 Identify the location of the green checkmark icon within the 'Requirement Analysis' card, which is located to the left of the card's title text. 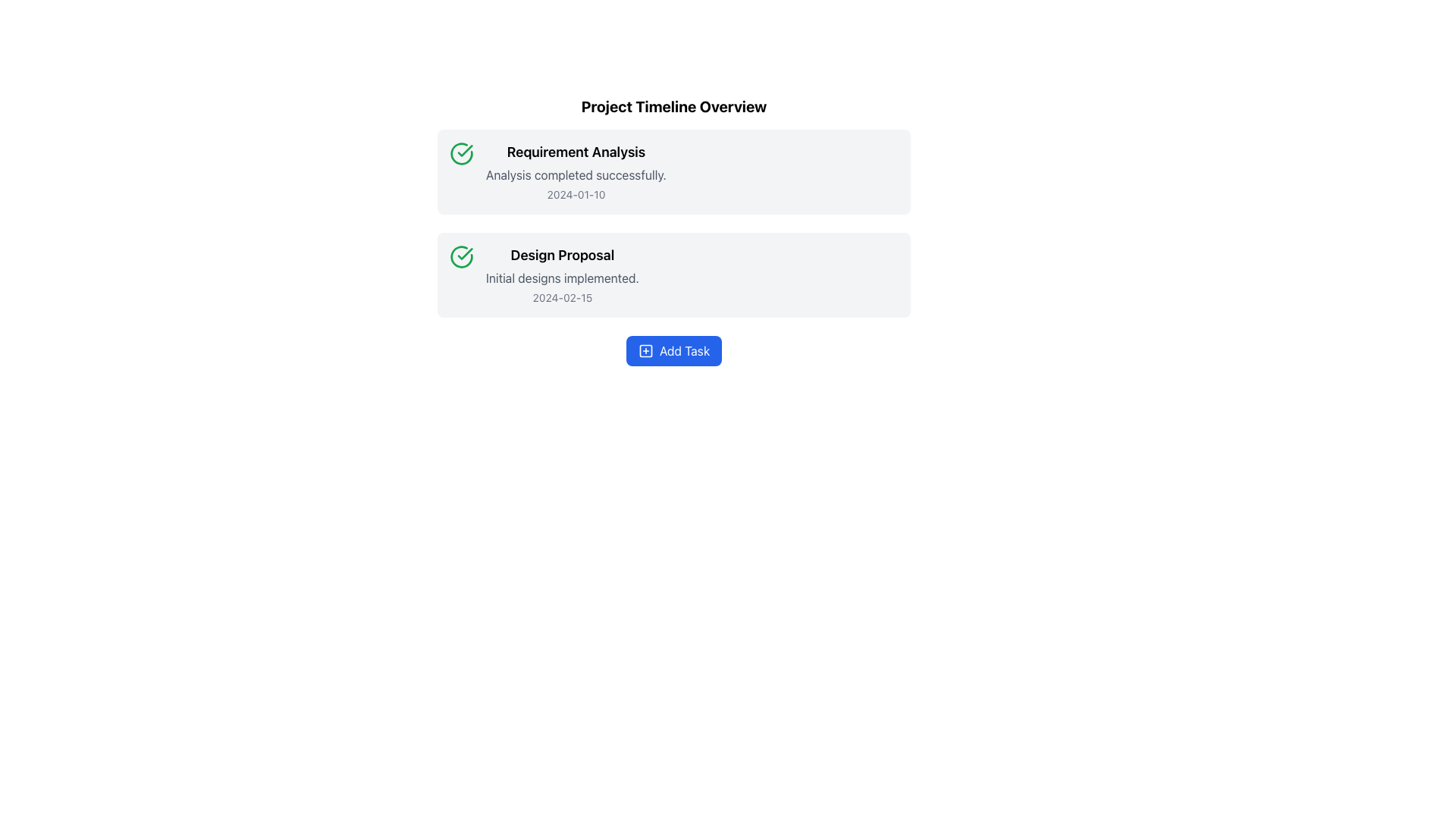
(464, 151).